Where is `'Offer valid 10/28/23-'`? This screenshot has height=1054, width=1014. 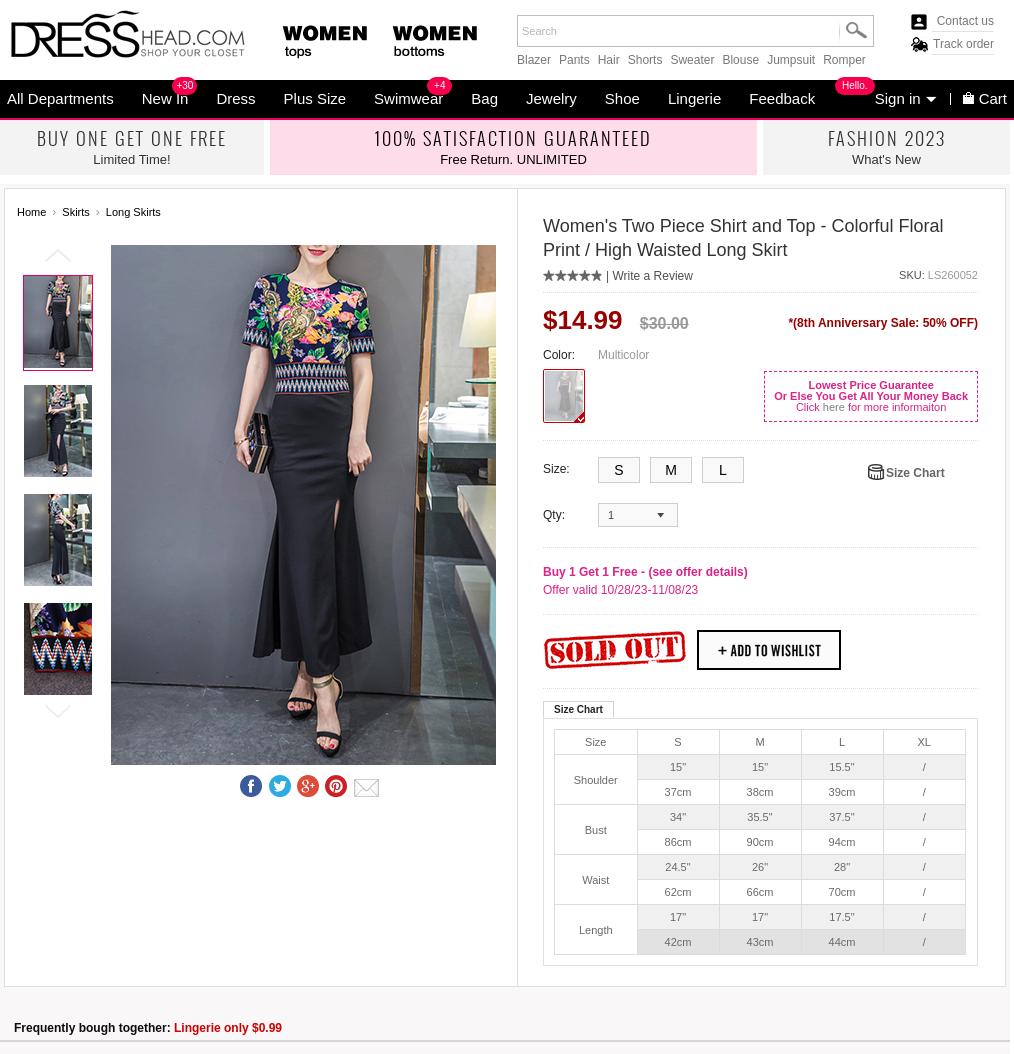 'Offer valid 10/28/23-' is located at coordinates (597, 589).